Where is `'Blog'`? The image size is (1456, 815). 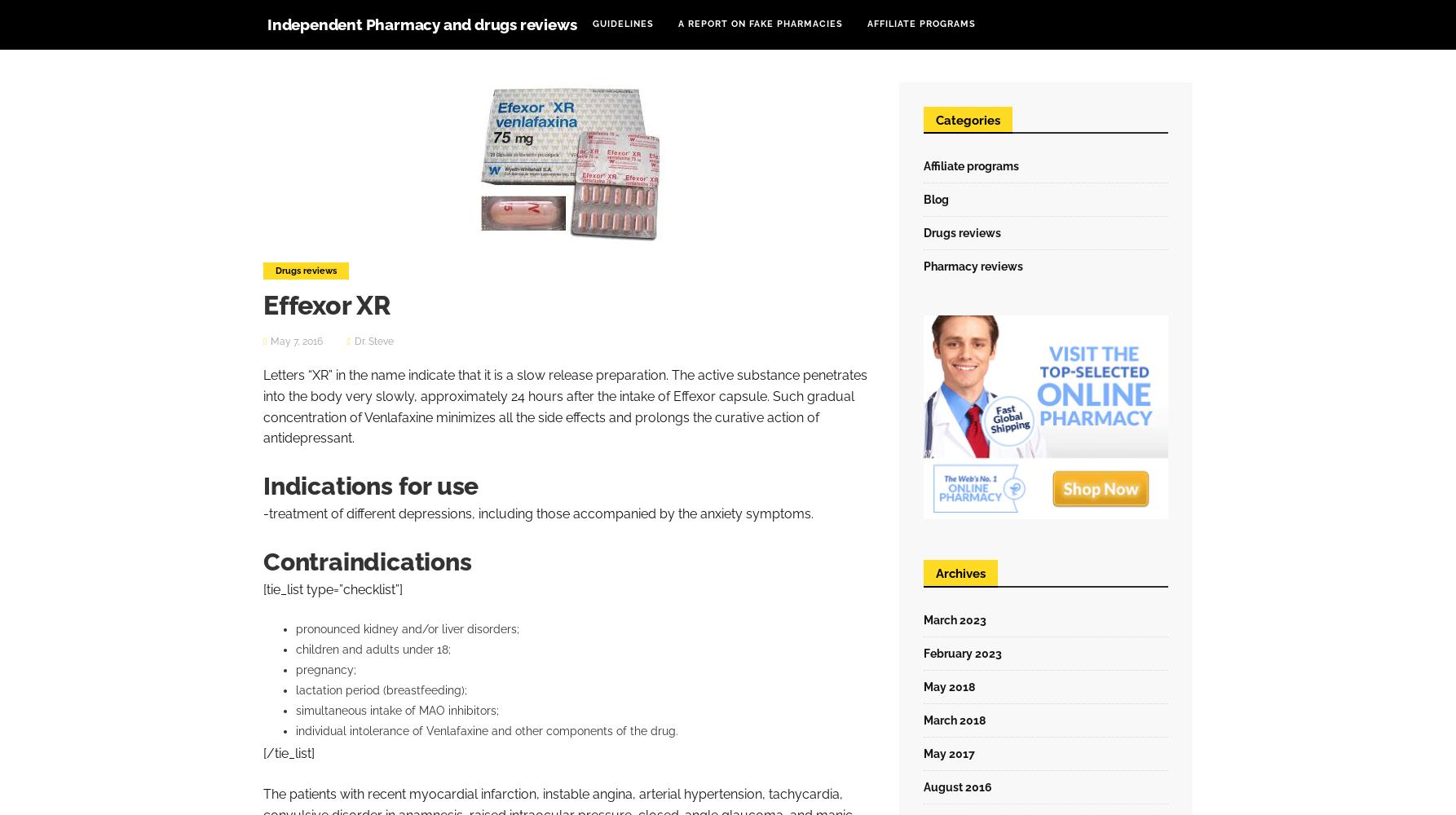
'Blog' is located at coordinates (935, 199).